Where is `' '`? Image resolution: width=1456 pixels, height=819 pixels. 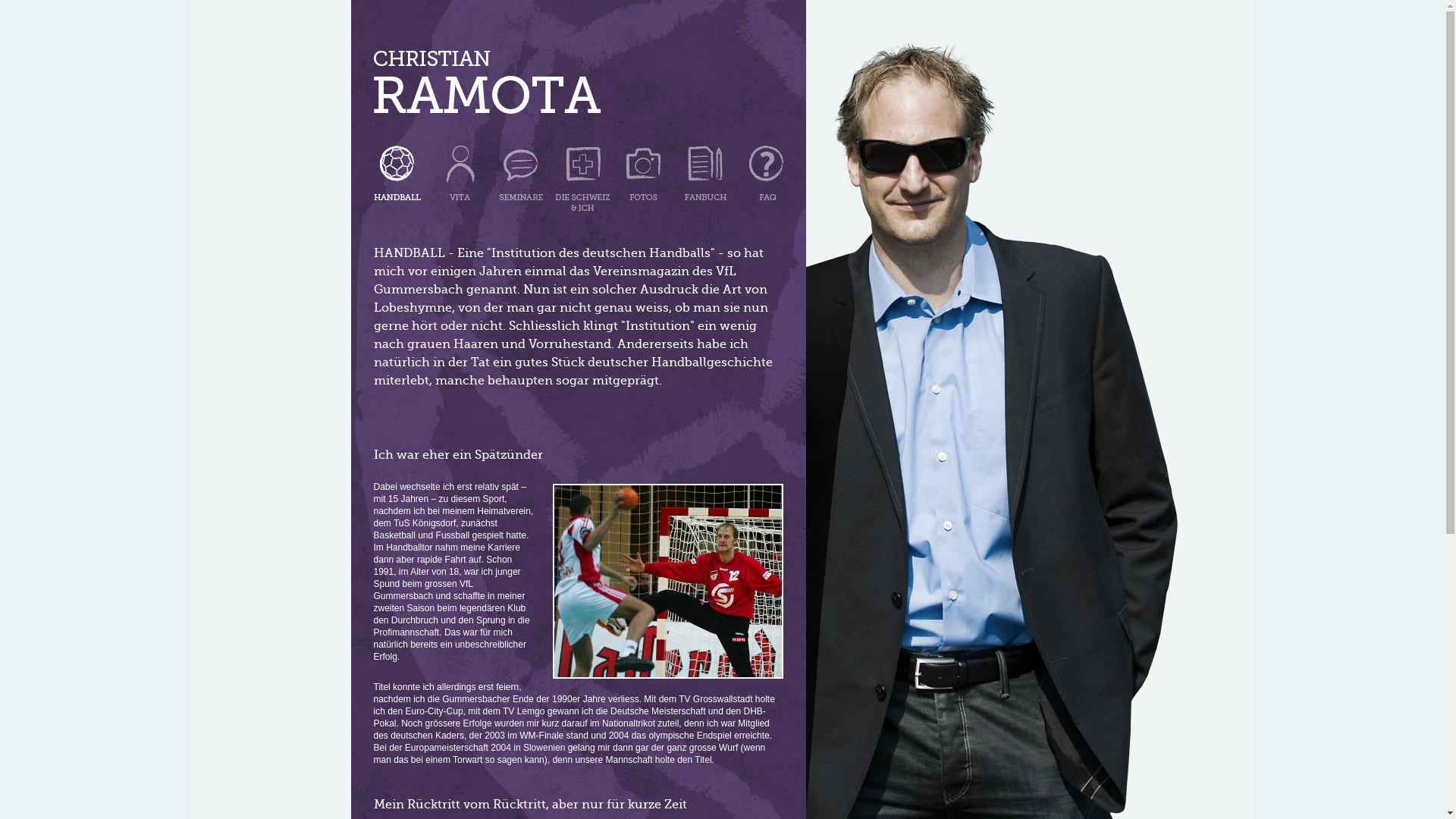 ' ' is located at coordinates (704, 168).